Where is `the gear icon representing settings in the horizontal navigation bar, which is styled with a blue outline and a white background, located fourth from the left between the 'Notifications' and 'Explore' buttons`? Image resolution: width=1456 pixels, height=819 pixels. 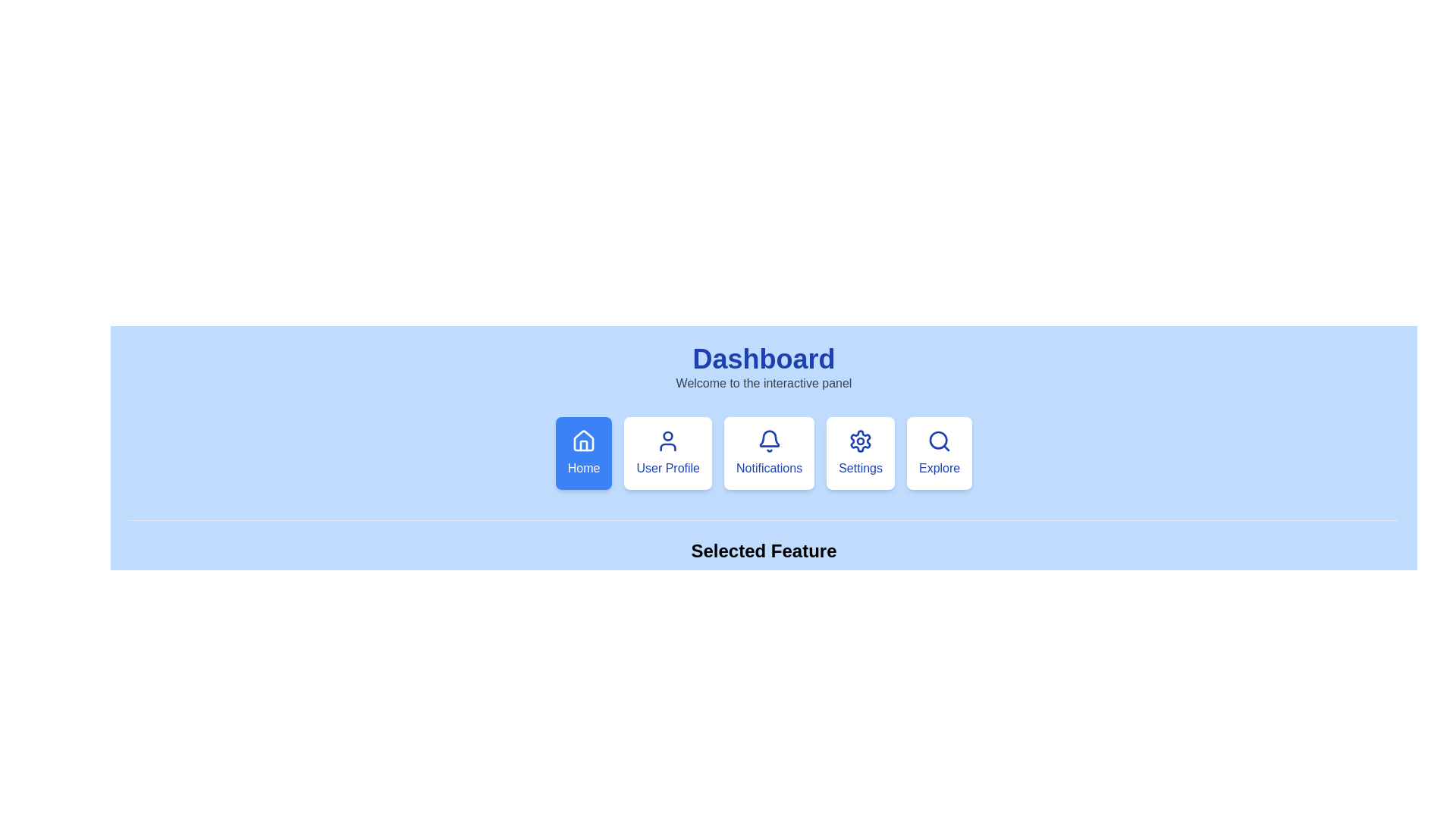
the gear icon representing settings in the horizontal navigation bar, which is styled with a blue outline and a white background, located fourth from the left between the 'Notifications' and 'Explore' buttons is located at coordinates (861, 441).